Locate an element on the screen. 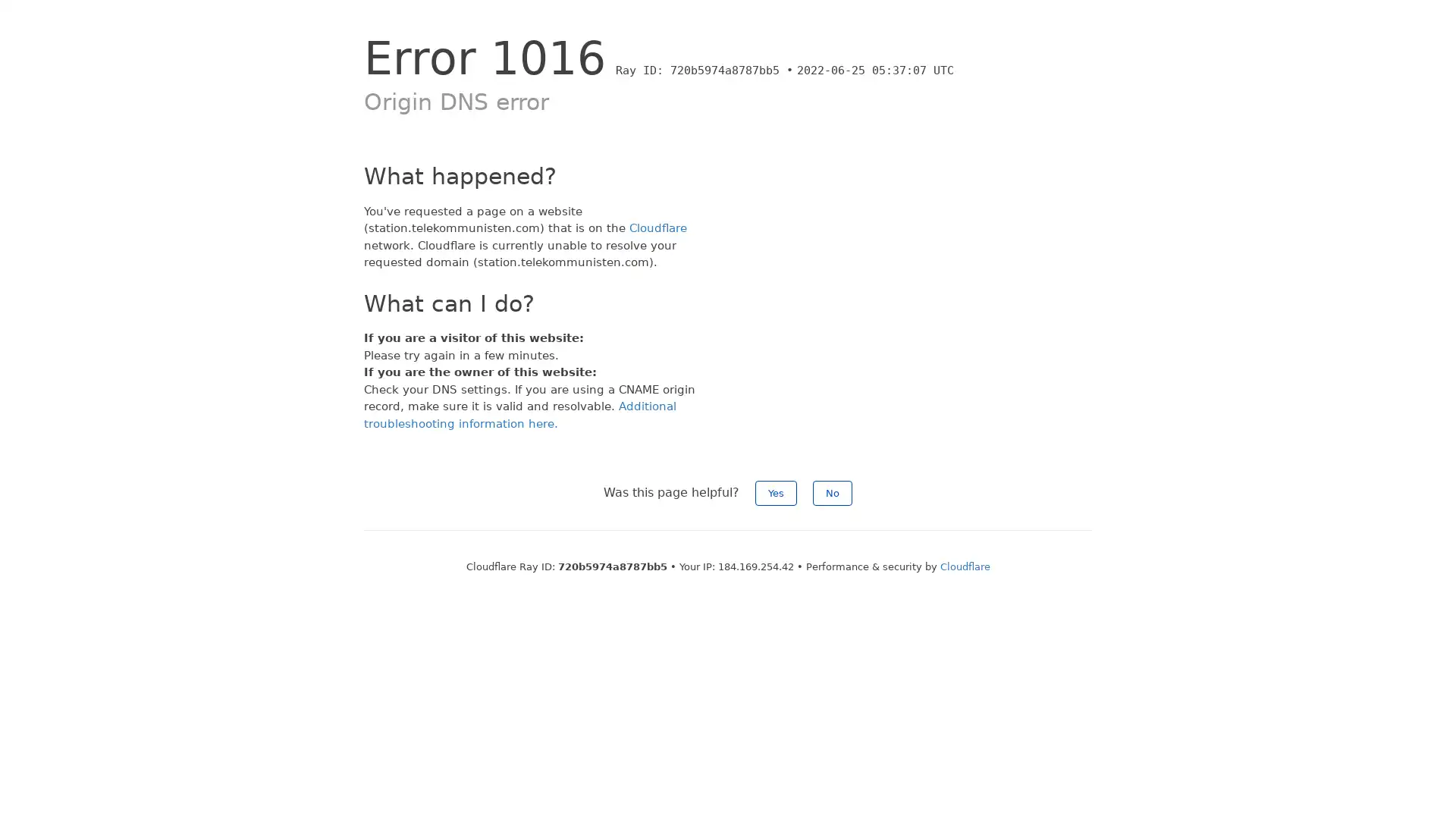  Yes is located at coordinates (776, 493).